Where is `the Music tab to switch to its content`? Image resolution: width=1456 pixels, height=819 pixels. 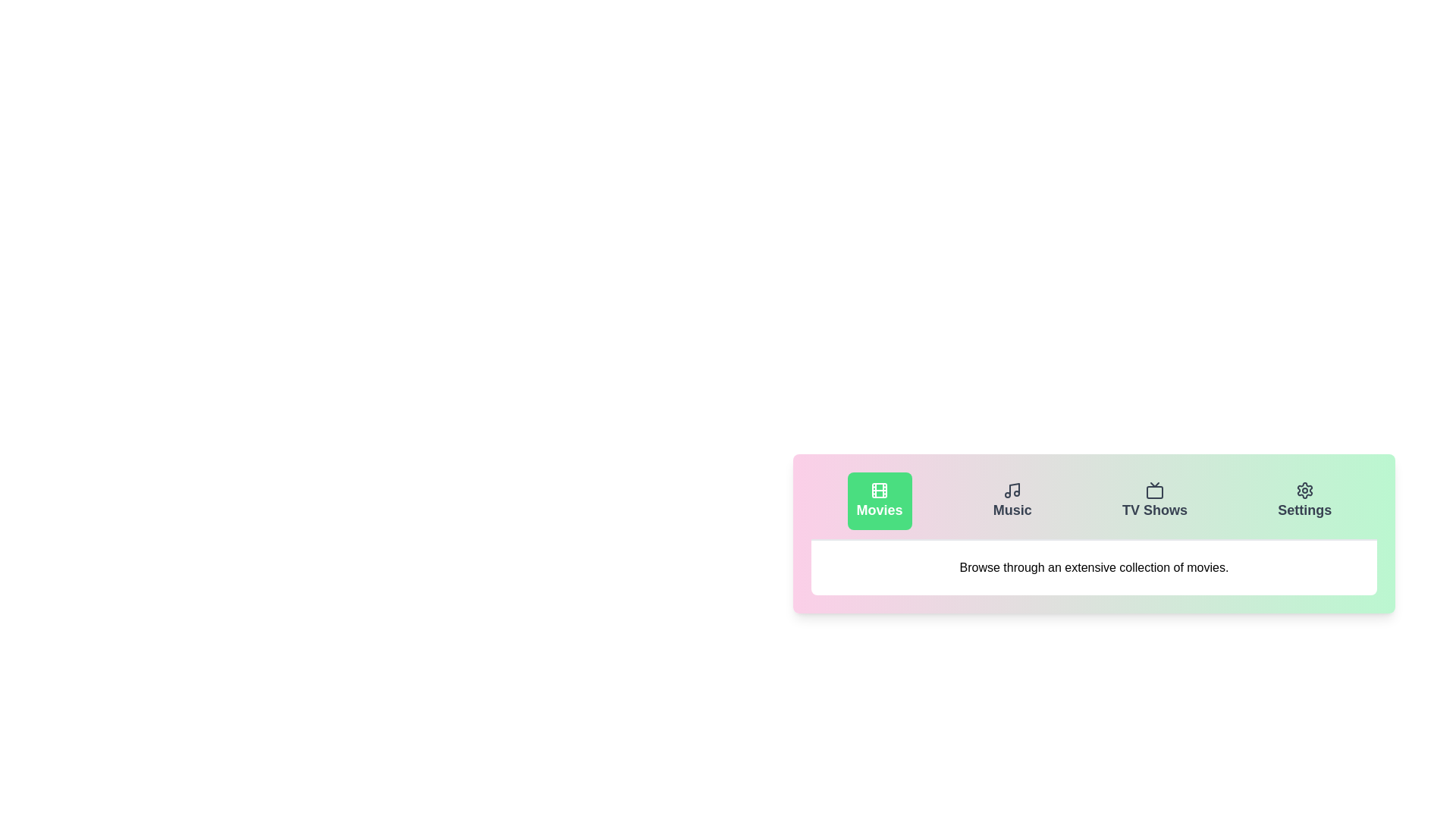 the Music tab to switch to its content is located at coordinates (1012, 500).